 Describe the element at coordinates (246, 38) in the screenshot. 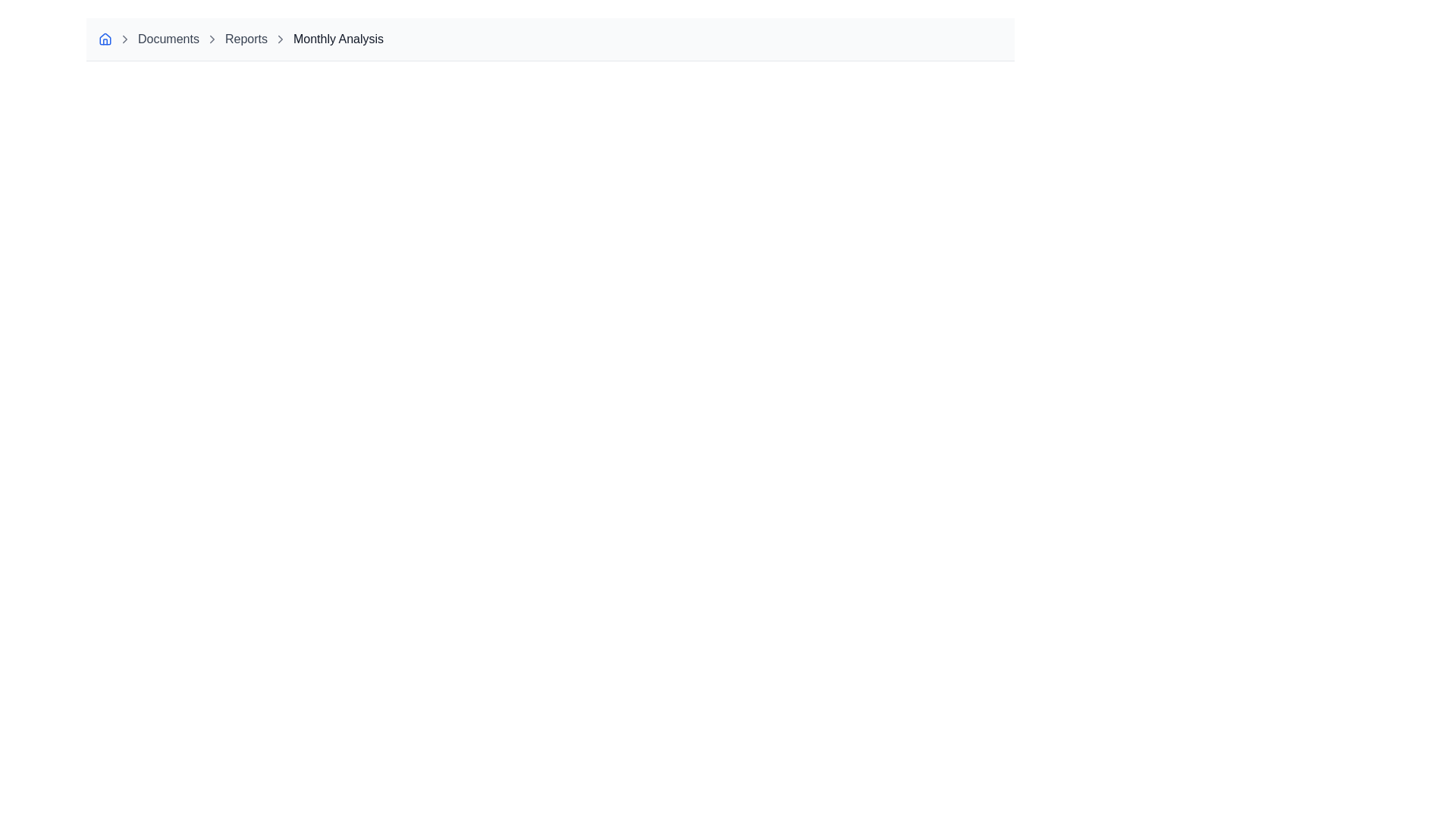

I see `the 'Reports' text link in the breadcrumb navigation` at that location.